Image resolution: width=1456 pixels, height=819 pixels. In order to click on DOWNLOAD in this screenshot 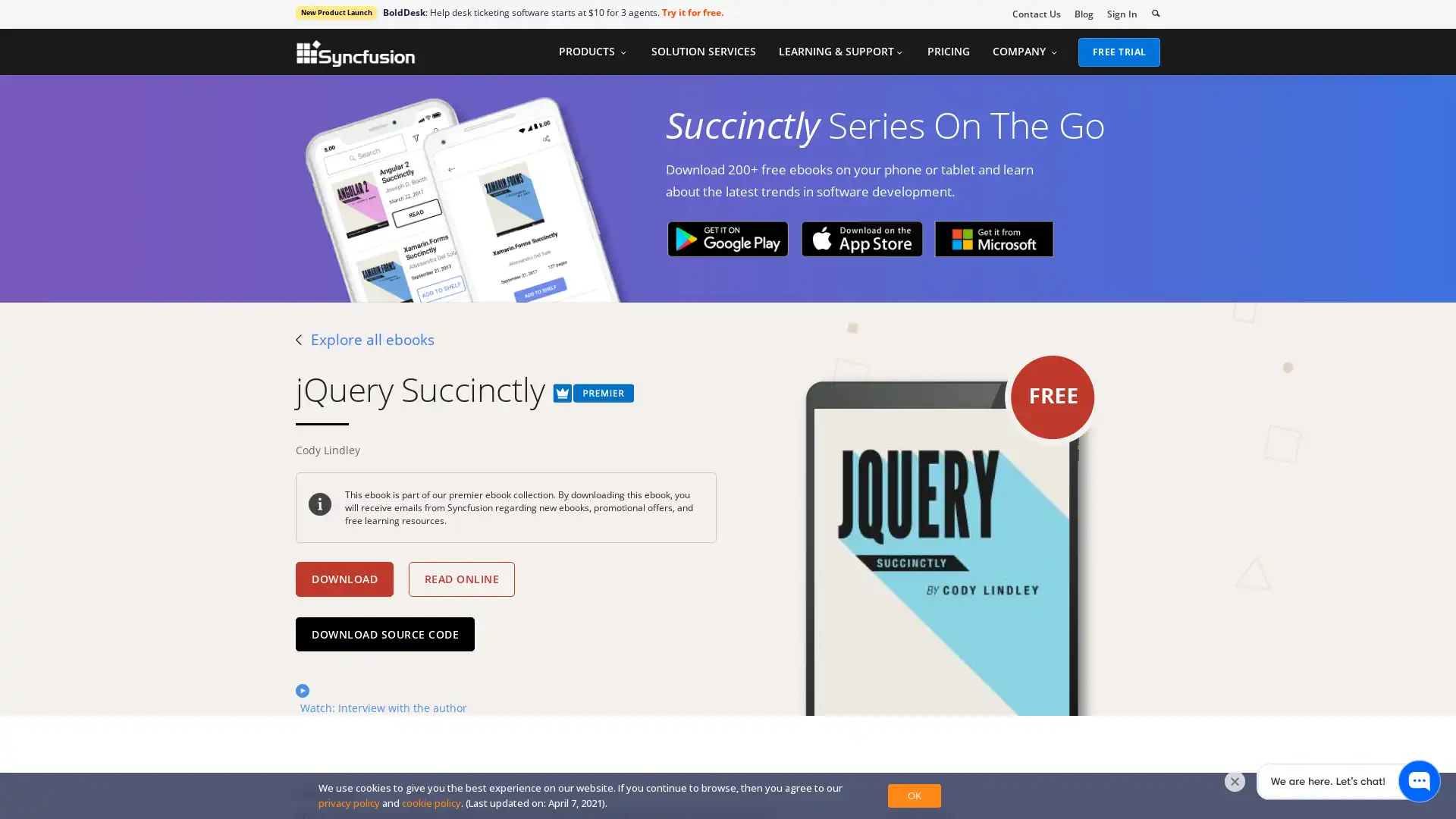, I will do `click(344, 579)`.